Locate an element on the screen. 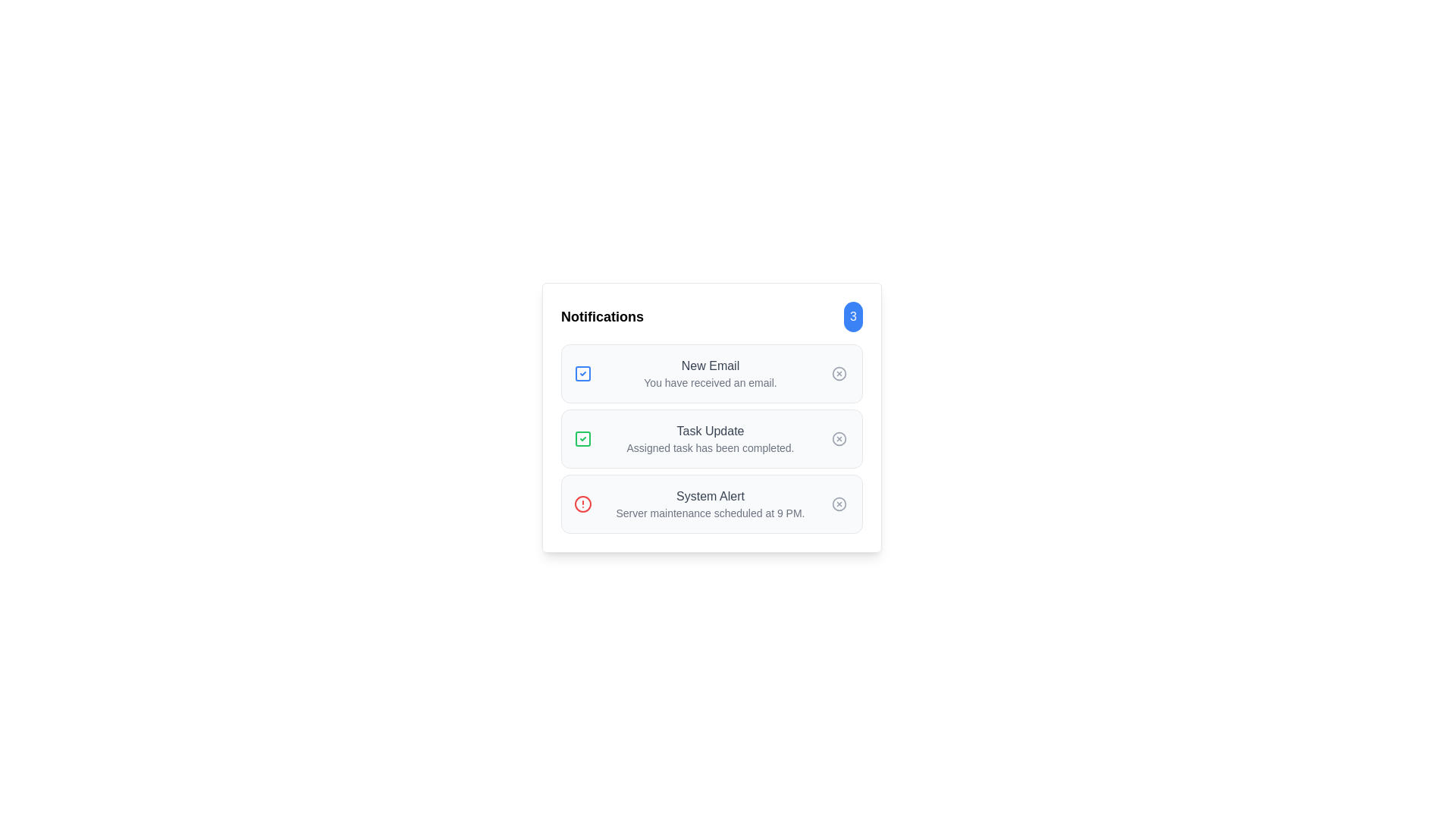  text label stating 'Server maintenance scheduled at 9 PM.' located under the 'System Alert' heading in the notification panel is located at coordinates (709, 513).